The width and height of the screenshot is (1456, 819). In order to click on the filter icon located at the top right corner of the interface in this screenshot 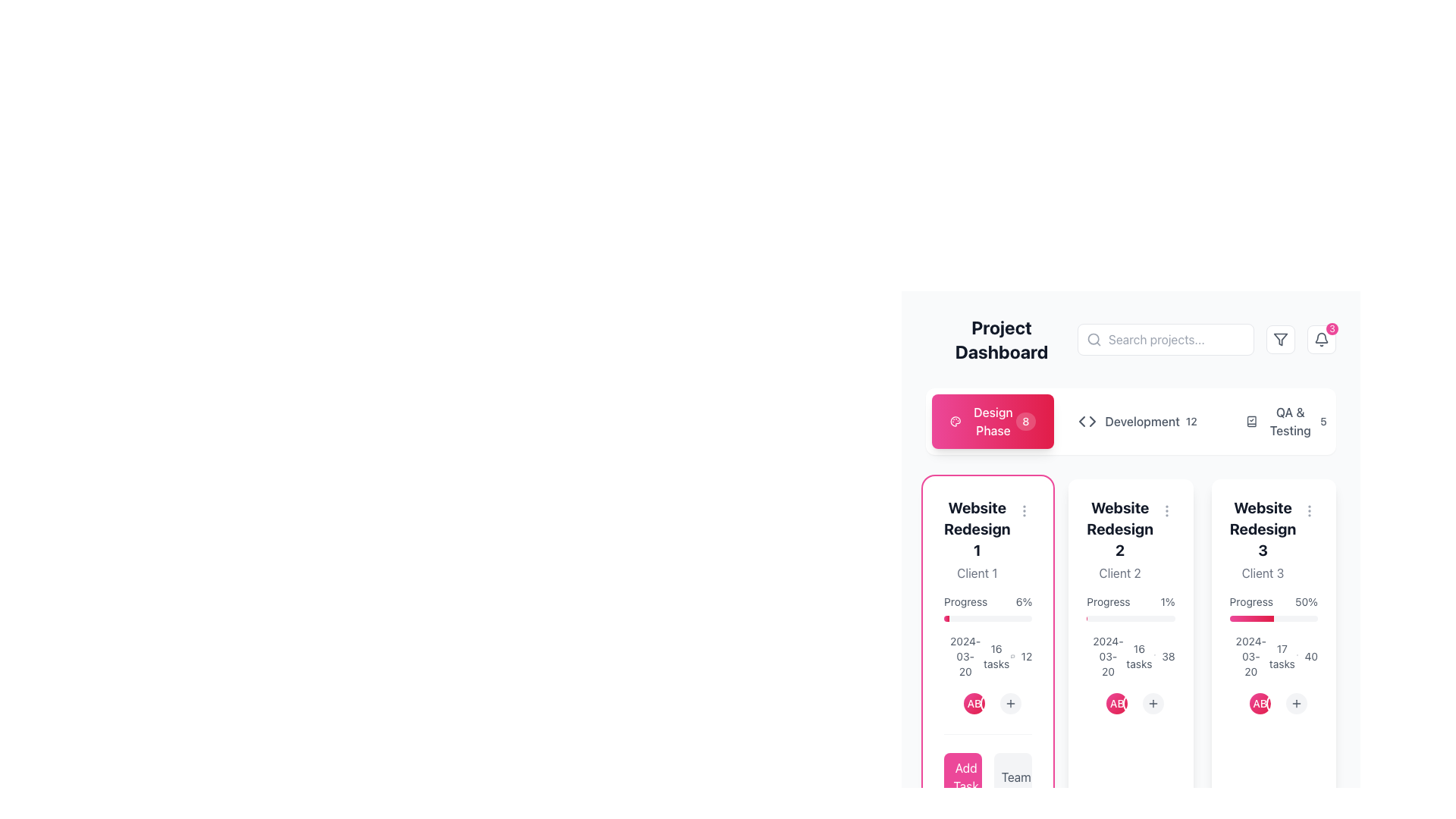, I will do `click(1280, 338)`.